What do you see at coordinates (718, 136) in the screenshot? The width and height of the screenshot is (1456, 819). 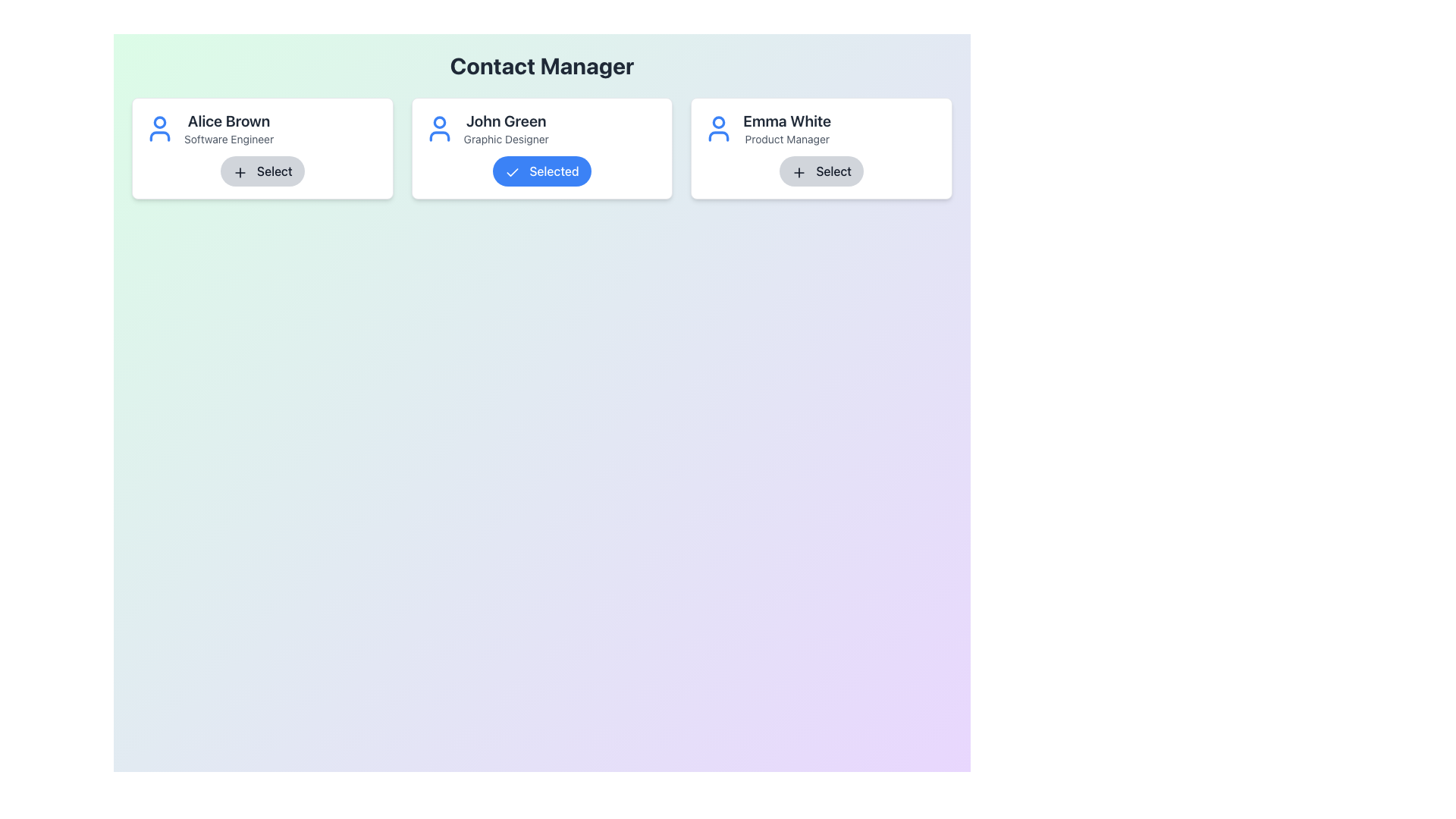 I see `the semicircular arc shape representing the shoulders or torso of the user icon within the profile of 'Emma White, Product Manager'` at bounding box center [718, 136].